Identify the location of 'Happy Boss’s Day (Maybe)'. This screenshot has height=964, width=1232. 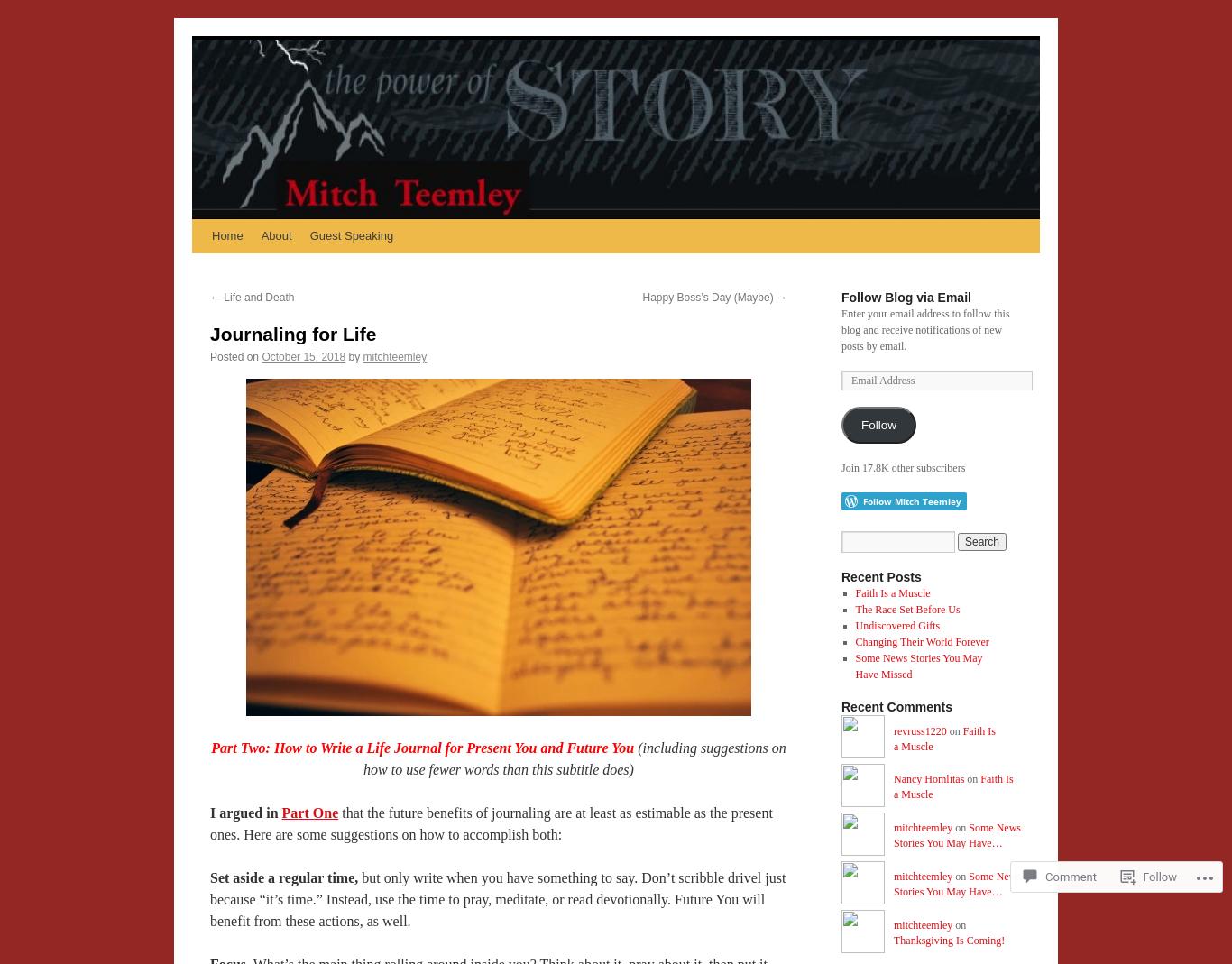
(709, 298).